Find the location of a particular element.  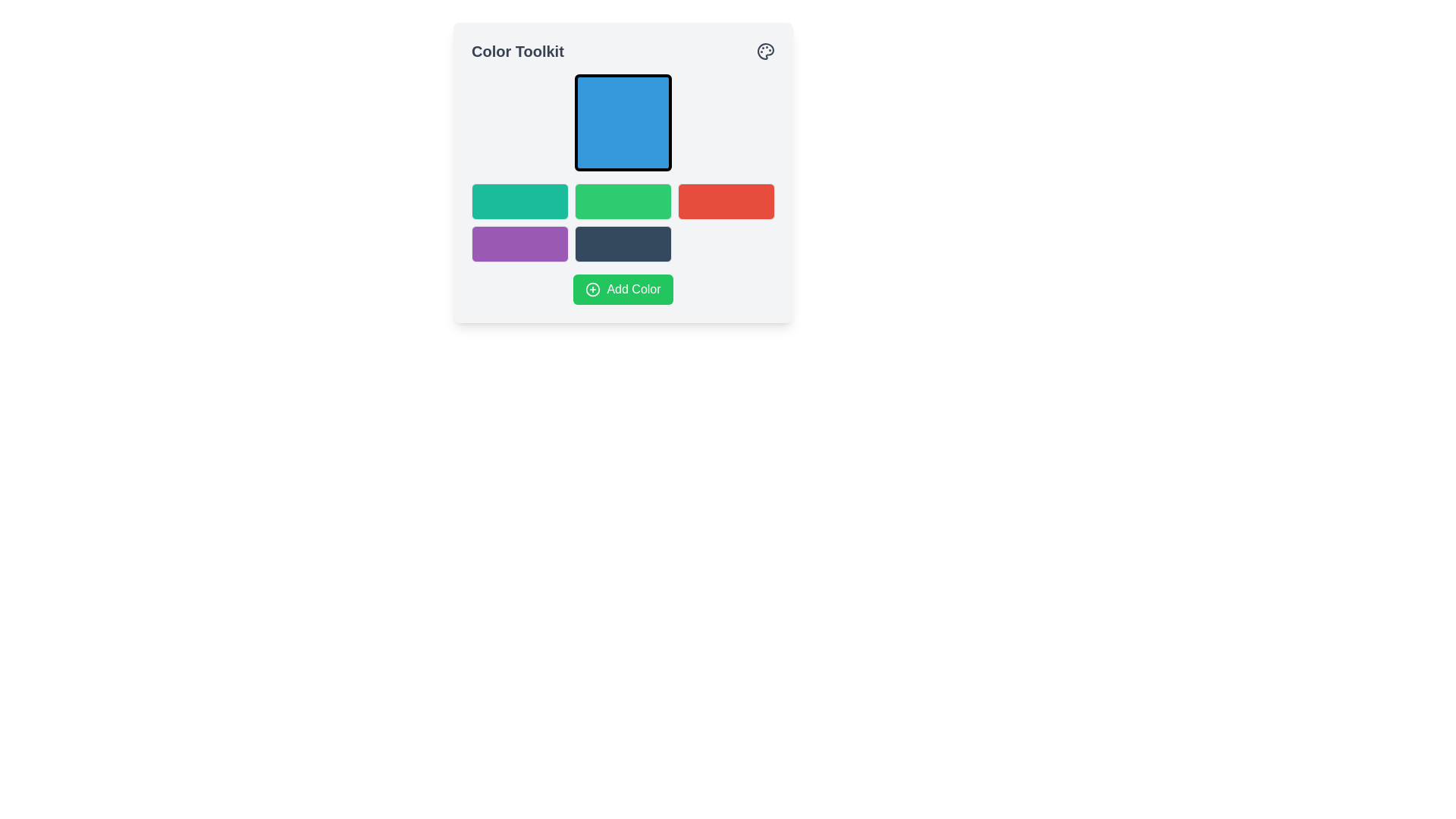

the 'Add Color' button which contains a green circular icon with a plus sign (+) in its center, located at the leftmost position of the button is located at coordinates (592, 289).